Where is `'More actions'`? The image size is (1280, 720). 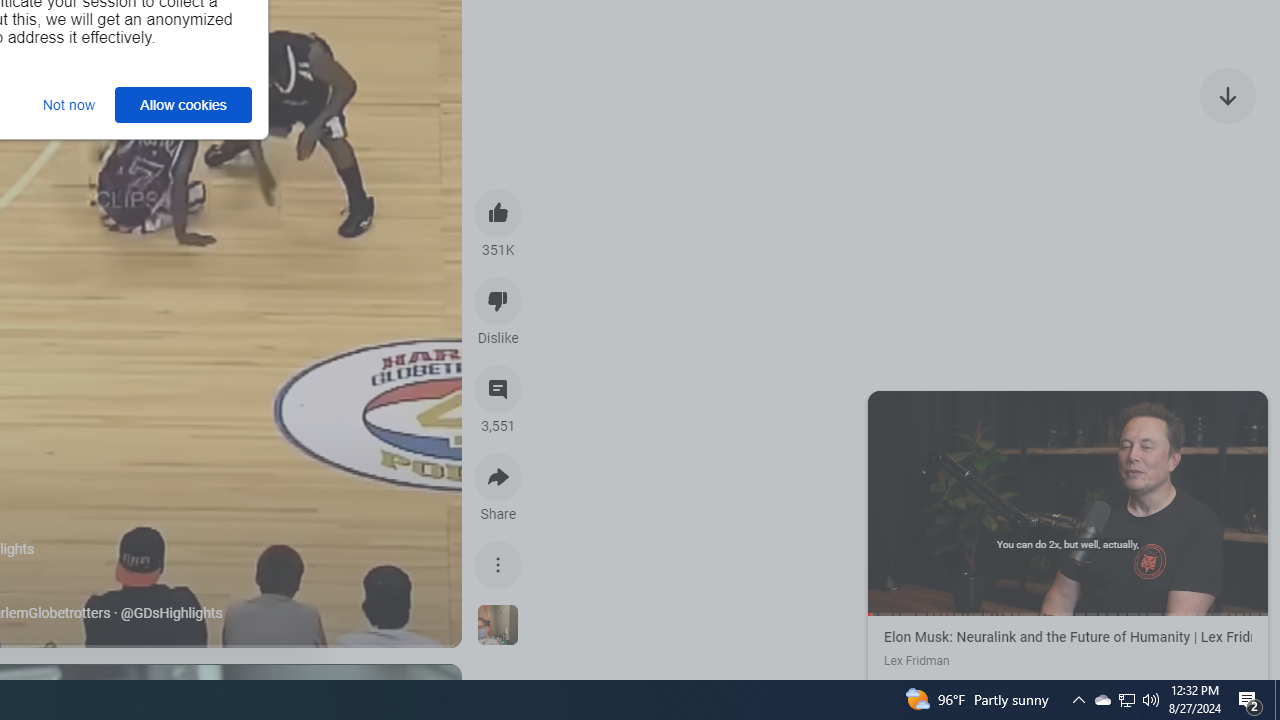 'More actions' is located at coordinates (498, 564).